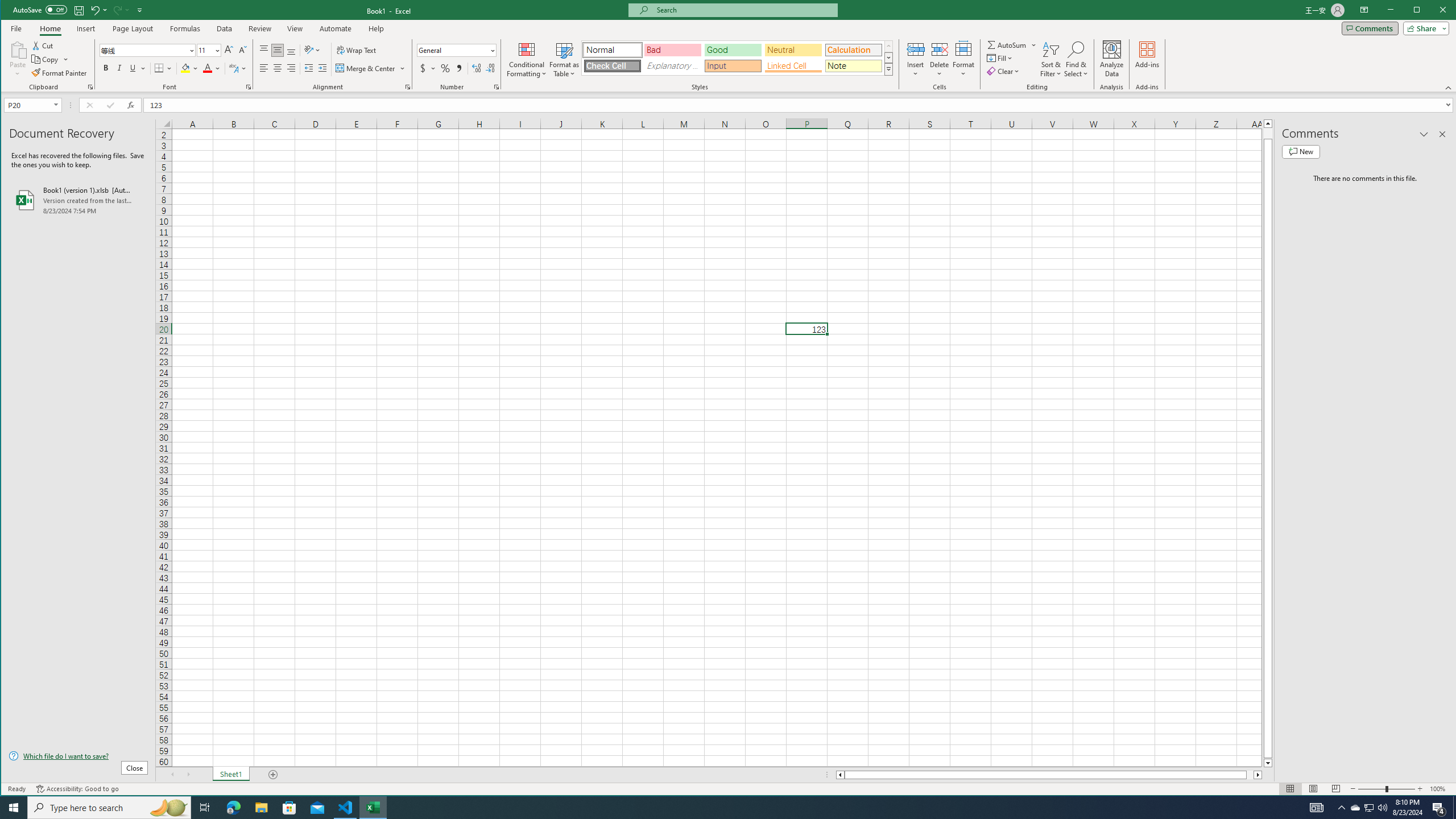 The width and height of the screenshot is (1456, 819). What do you see at coordinates (322, 68) in the screenshot?
I see `'Increase Indent'` at bounding box center [322, 68].